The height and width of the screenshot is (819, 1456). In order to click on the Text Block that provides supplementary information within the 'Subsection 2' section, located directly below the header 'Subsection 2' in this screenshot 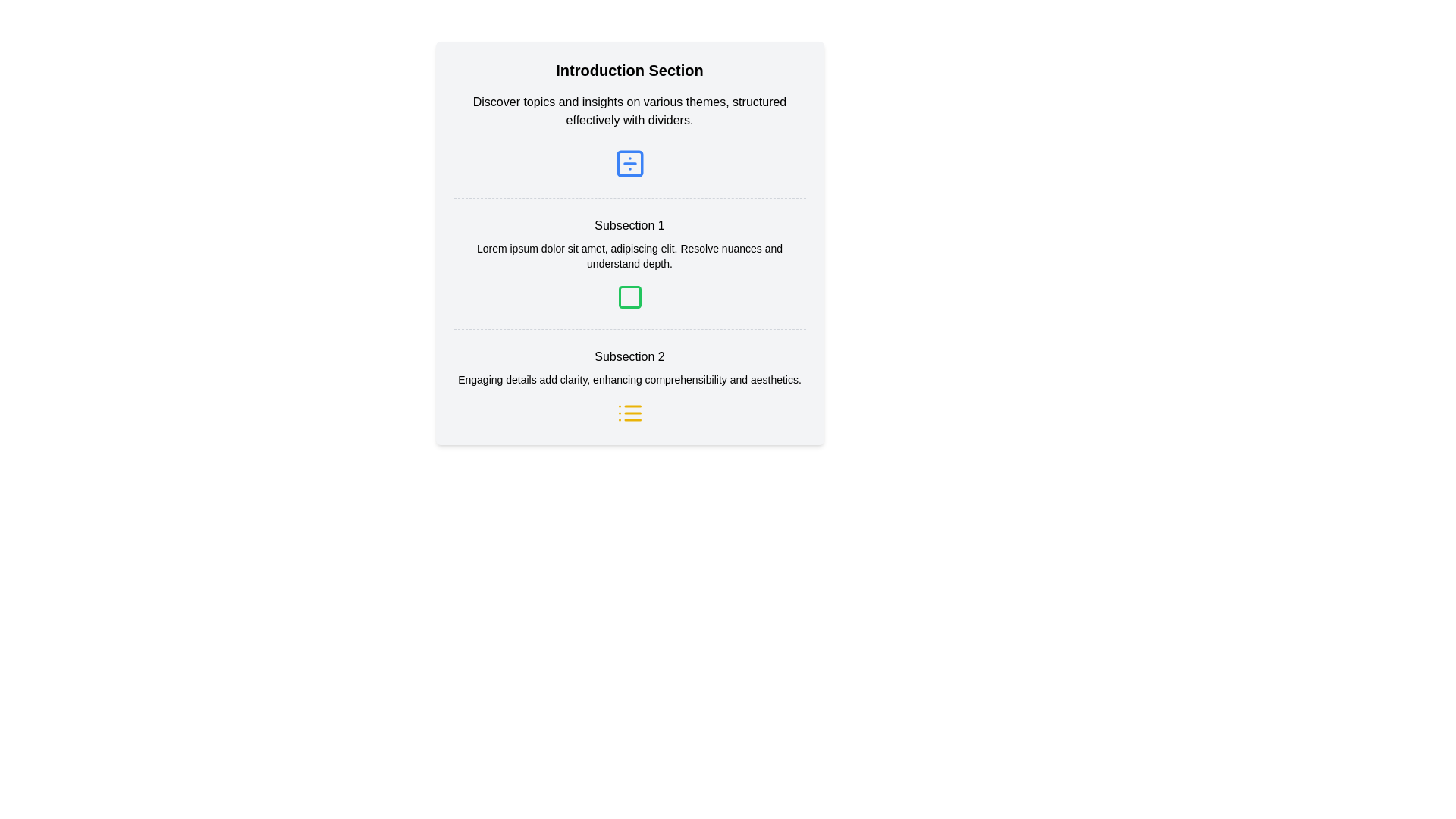, I will do `click(629, 379)`.